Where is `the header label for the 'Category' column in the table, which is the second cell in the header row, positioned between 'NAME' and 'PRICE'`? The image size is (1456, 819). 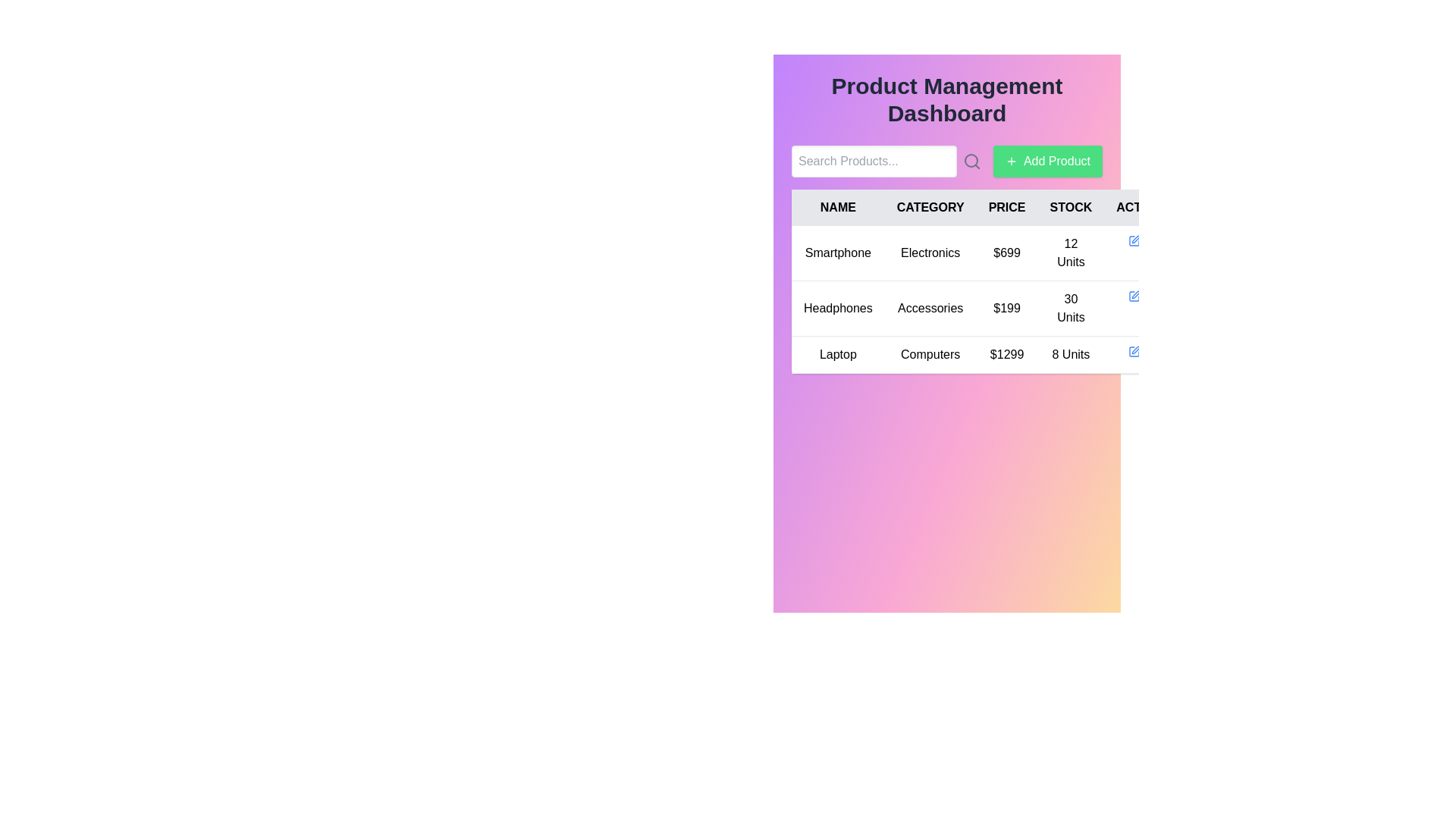 the header label for the 'Category' column in the table, which is the second cell in the header row, positioned between 'NAME' and 'PRICE' is located at coordinates (930, 207).